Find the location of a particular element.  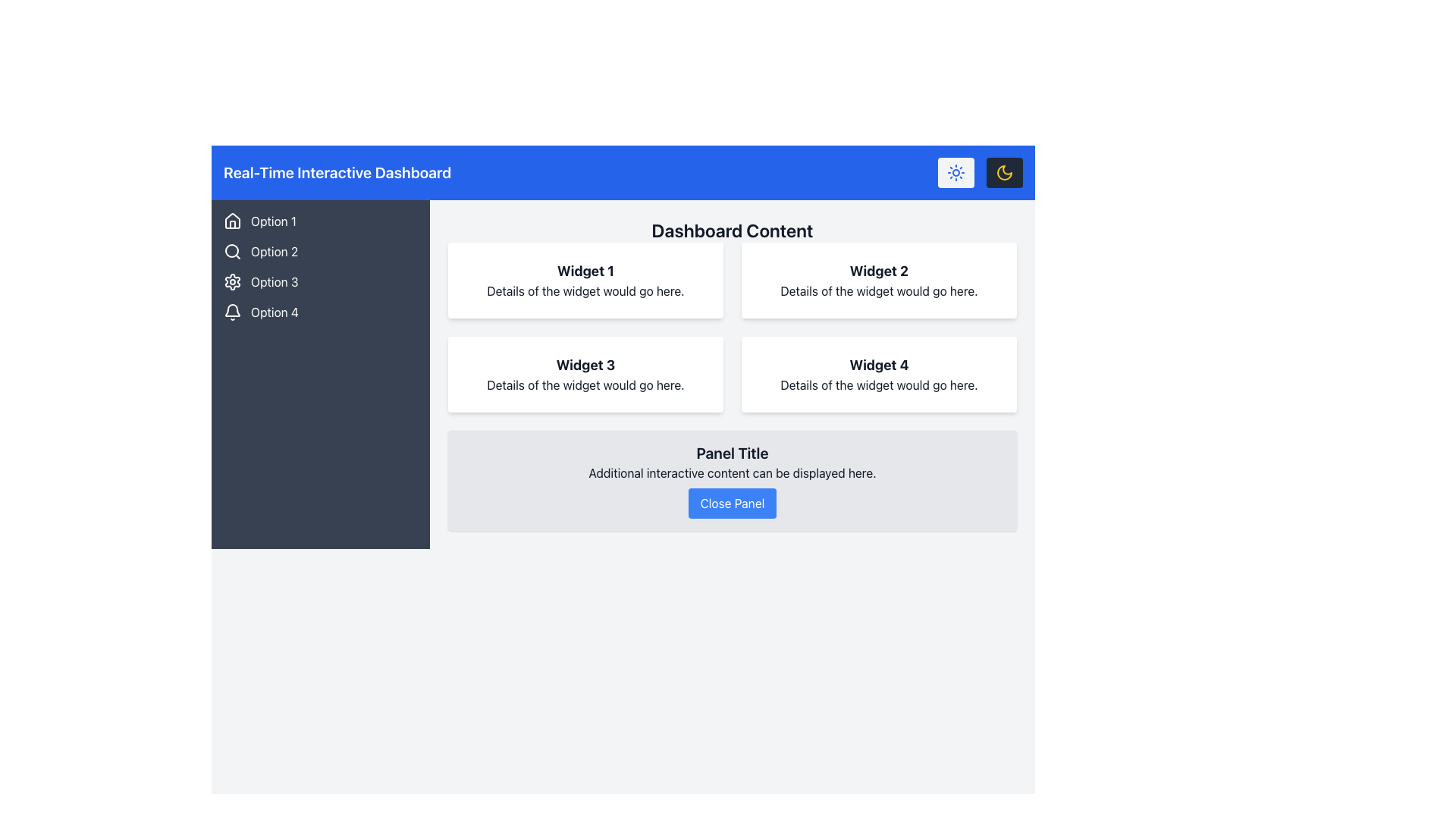

the door icon in the house illustration located in the left sidebar navigation menu, adjacent to 'Option 1'. This element is non-interactive and purely decorative is located at coordinates (232, 224).